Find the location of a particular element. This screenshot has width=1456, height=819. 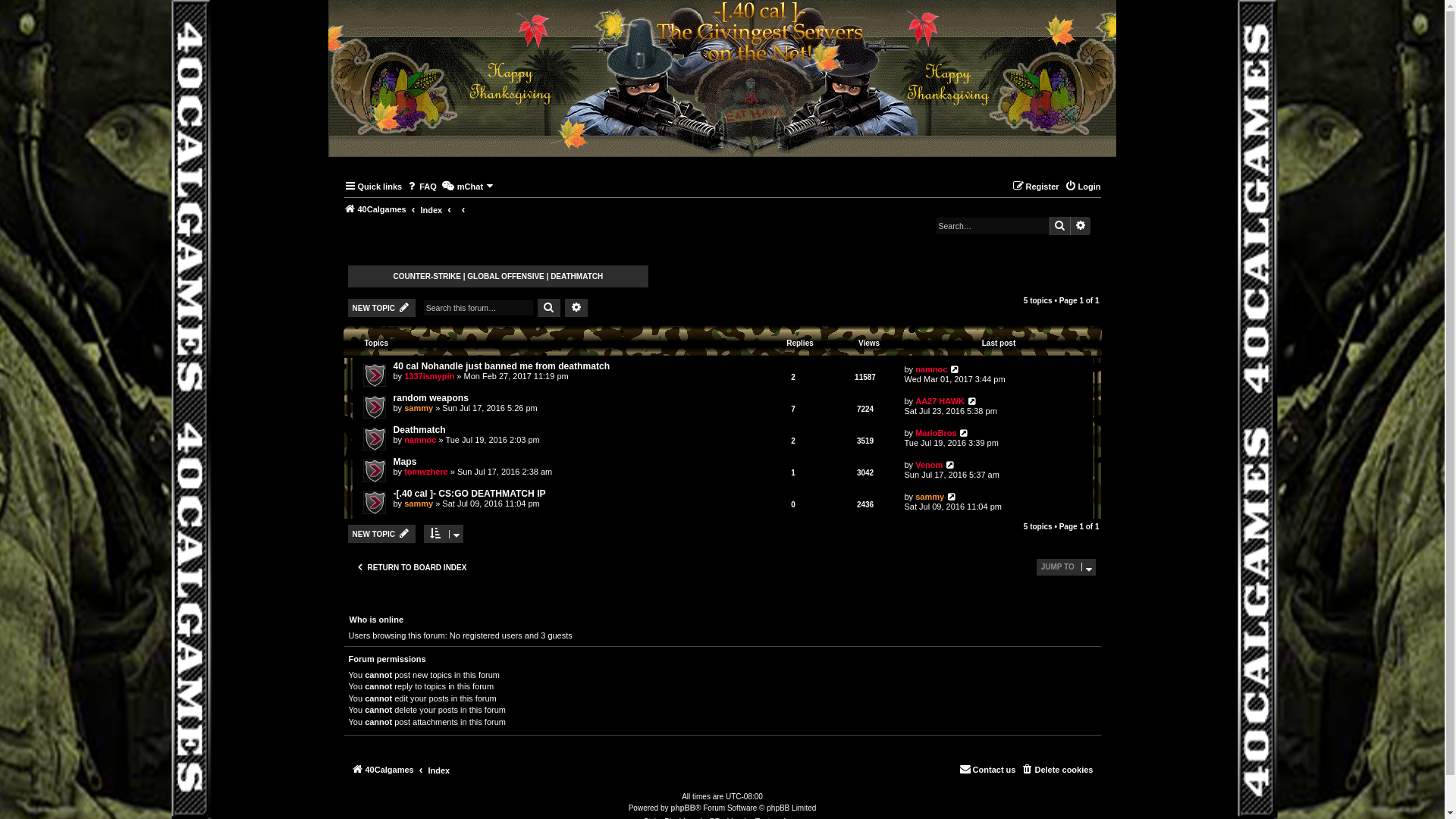

'namnoc' is located at coordinates (419, 439).